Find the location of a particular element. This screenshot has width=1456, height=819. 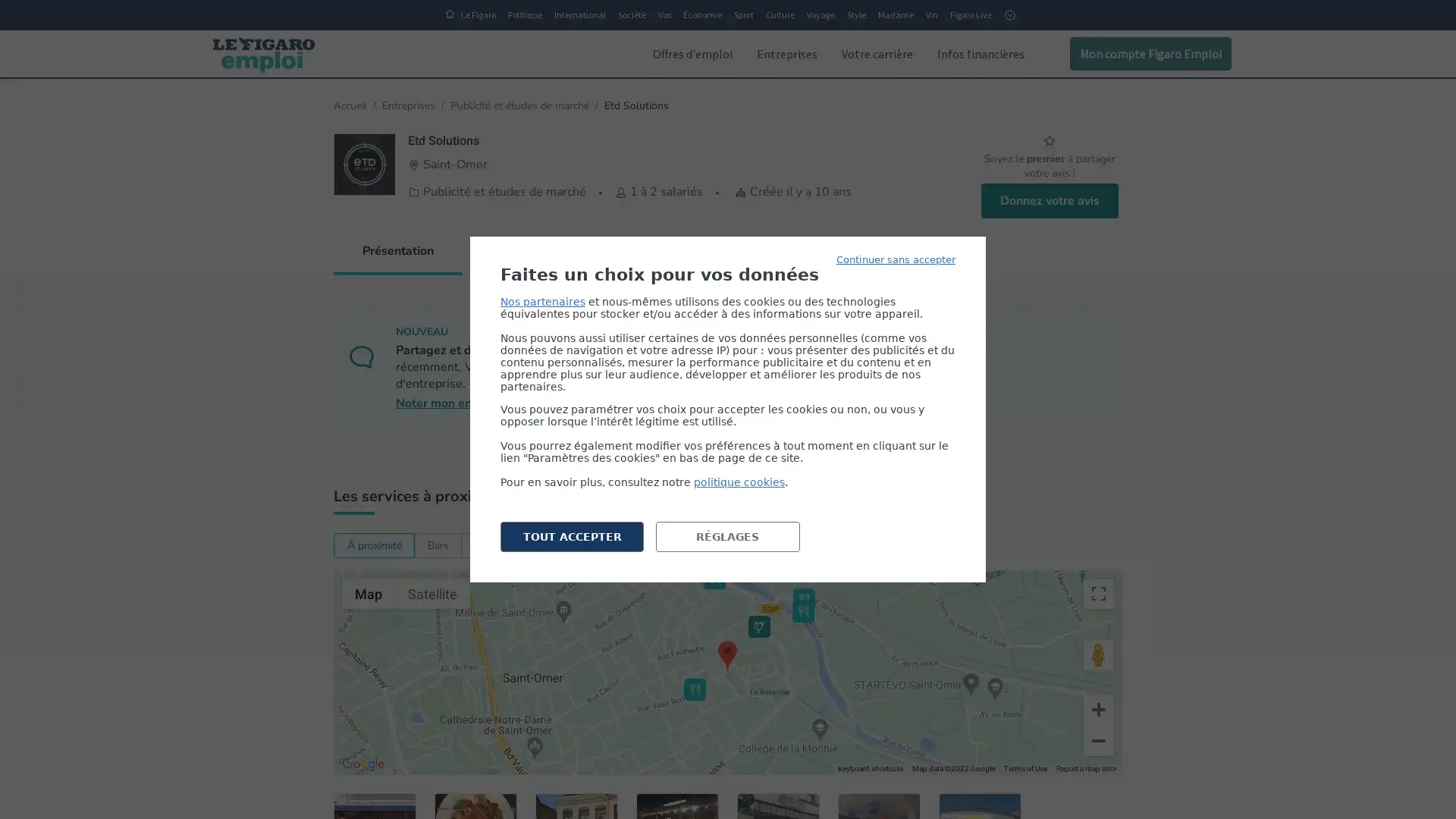

Brasserie Chic O Rail is located at coordinates (803, 598).